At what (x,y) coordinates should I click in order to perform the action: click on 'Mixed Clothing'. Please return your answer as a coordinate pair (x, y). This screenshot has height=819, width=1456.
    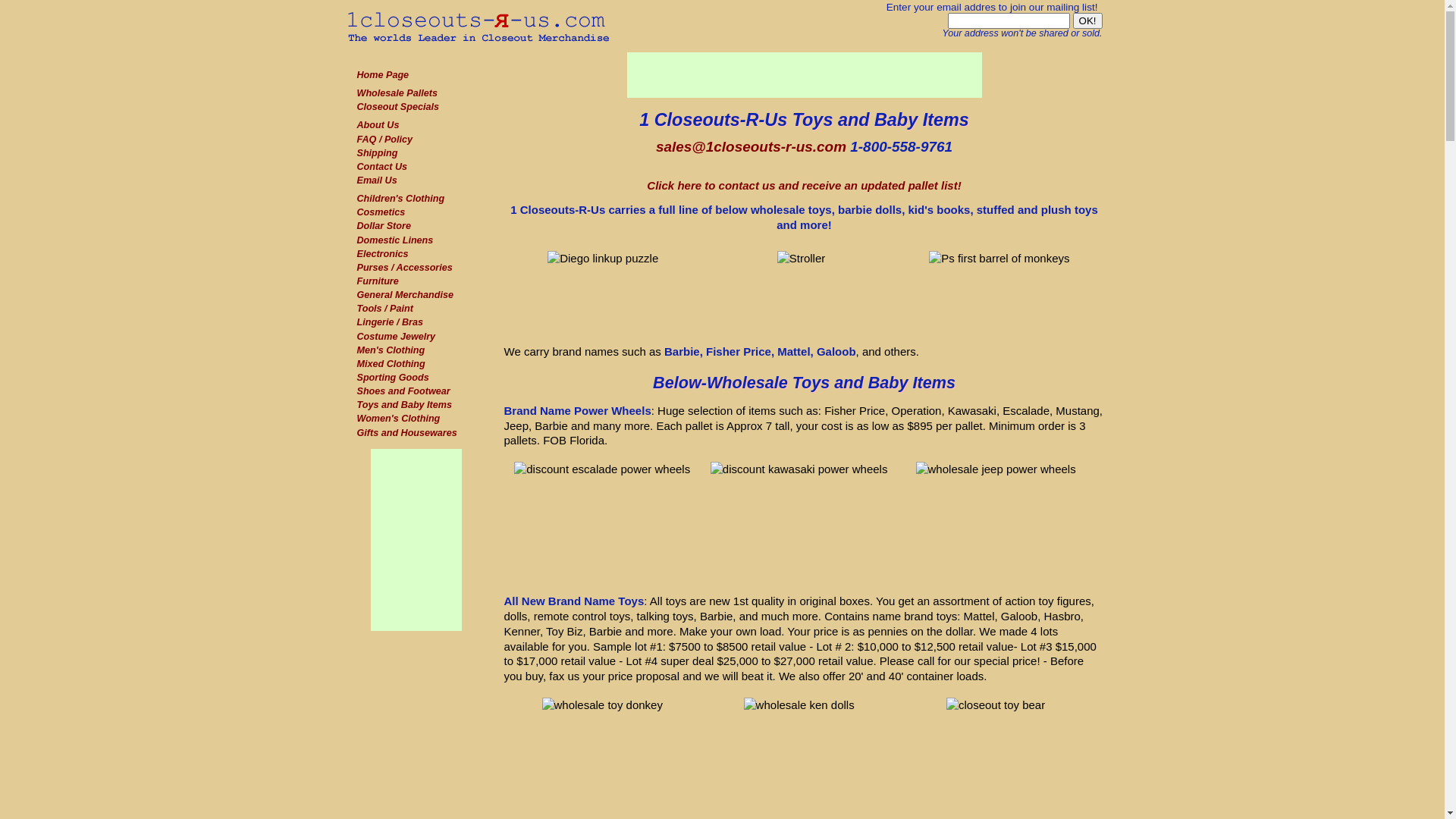
    Looking at the image, I should click on (356, 363).